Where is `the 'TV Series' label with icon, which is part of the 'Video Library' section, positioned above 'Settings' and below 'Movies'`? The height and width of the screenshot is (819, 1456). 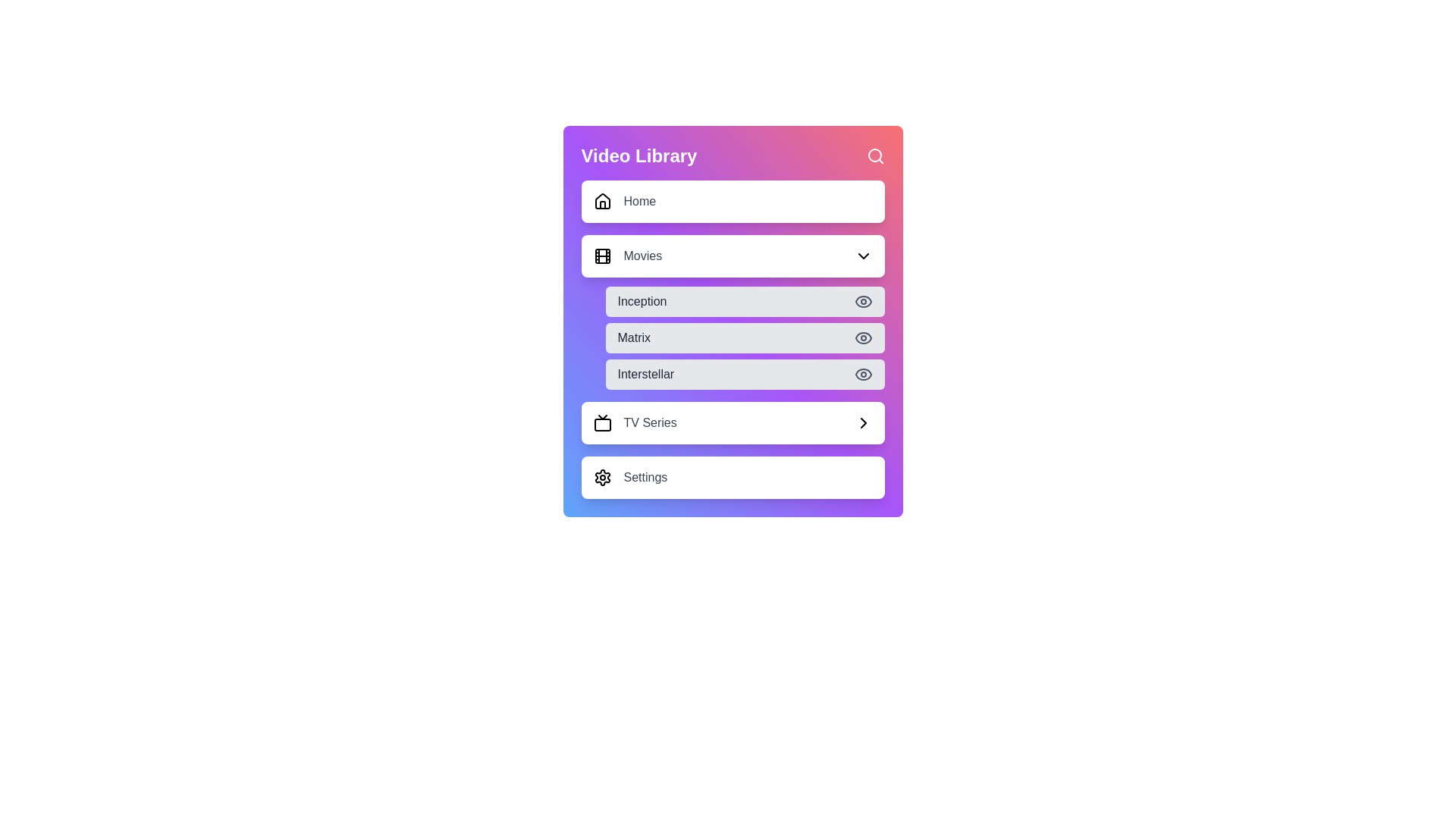
the 'TV Series' label with icon, which is part of the 'Video Library' section, positioned above 'Settings' and below 'Movies' is located at coordinates (635, 423).